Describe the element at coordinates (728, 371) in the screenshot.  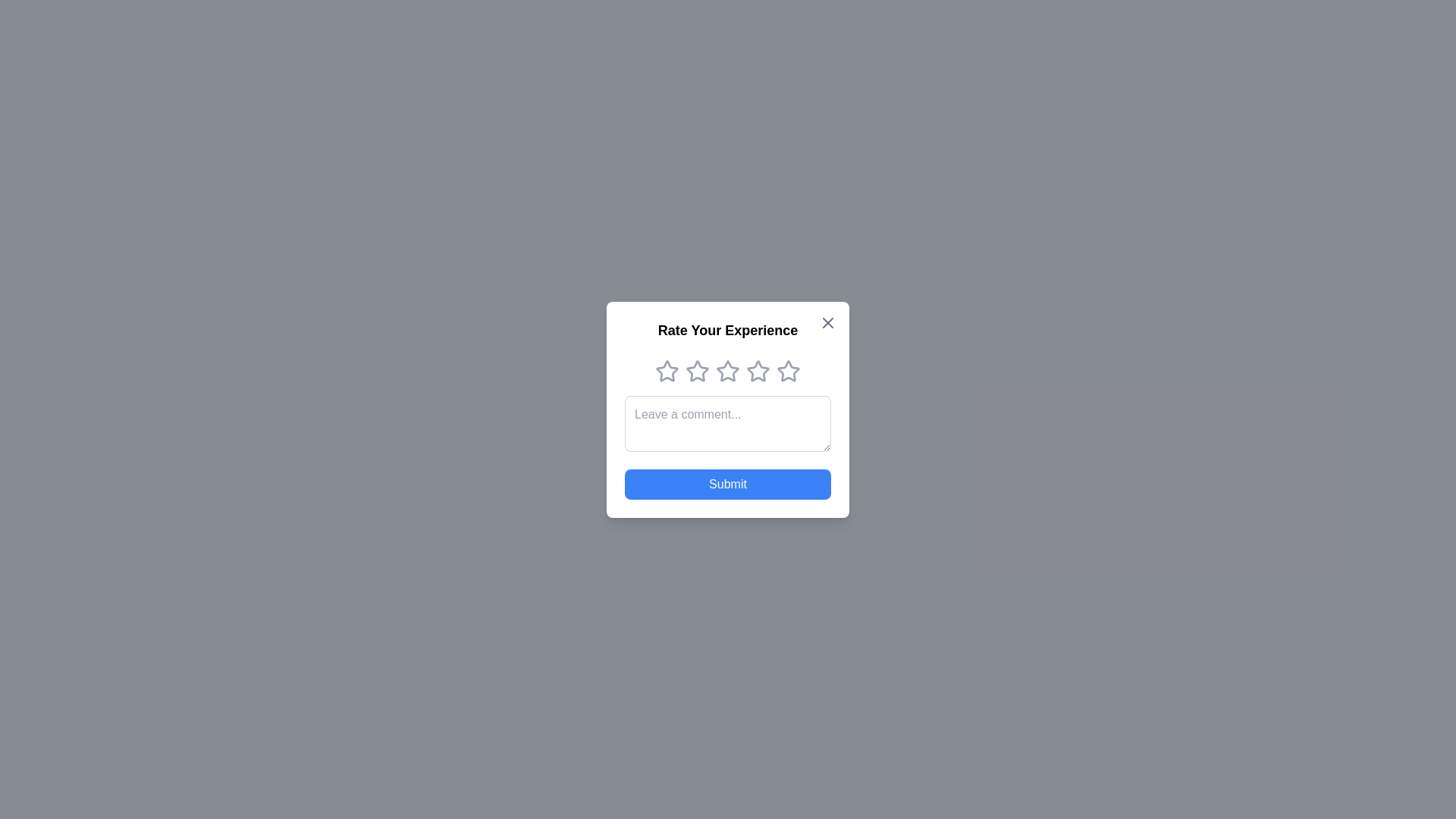
I see `the star corresponding to the rating 3` at that location.